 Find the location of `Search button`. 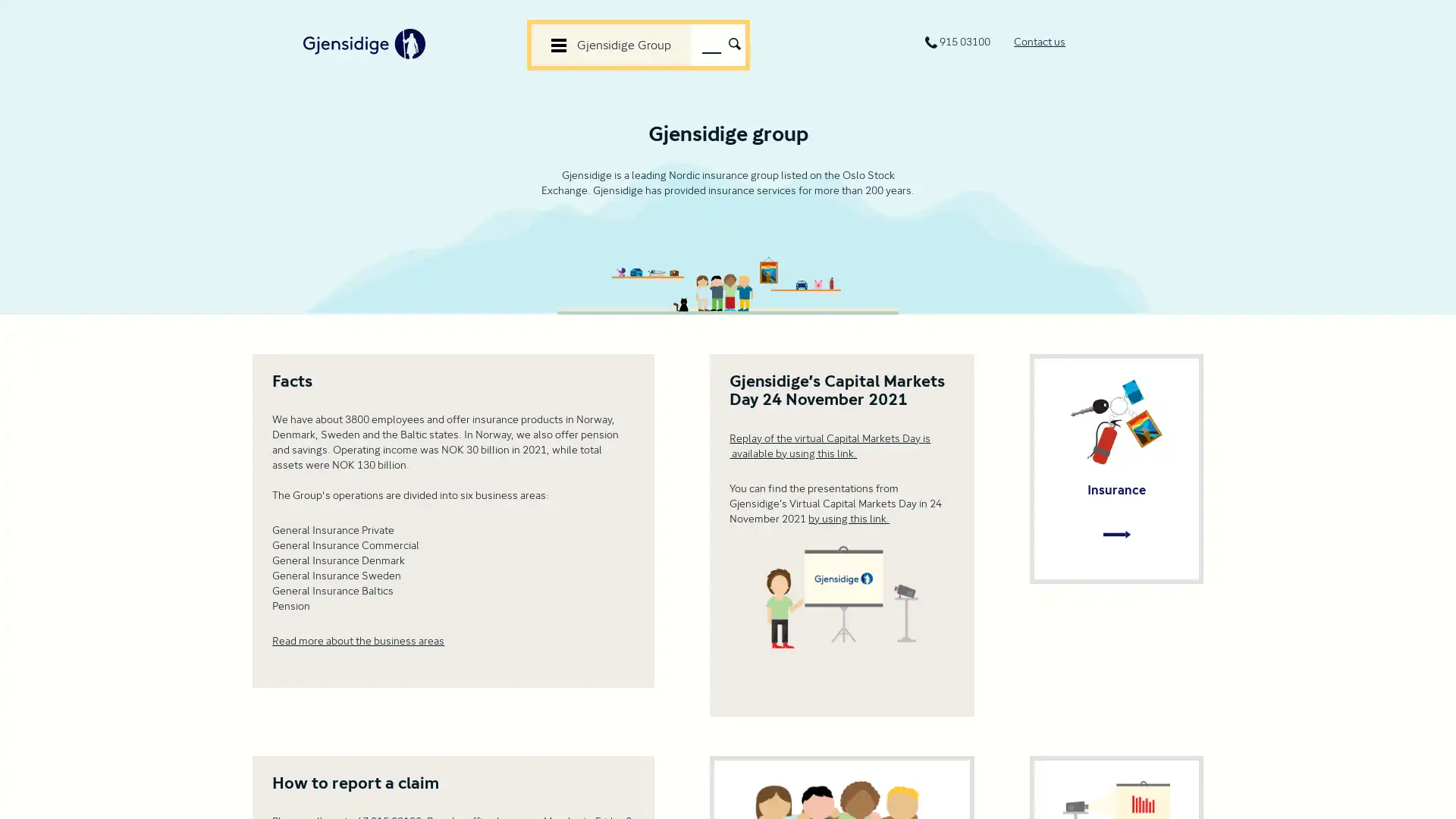

Search button is located at coordinates (734, 42).